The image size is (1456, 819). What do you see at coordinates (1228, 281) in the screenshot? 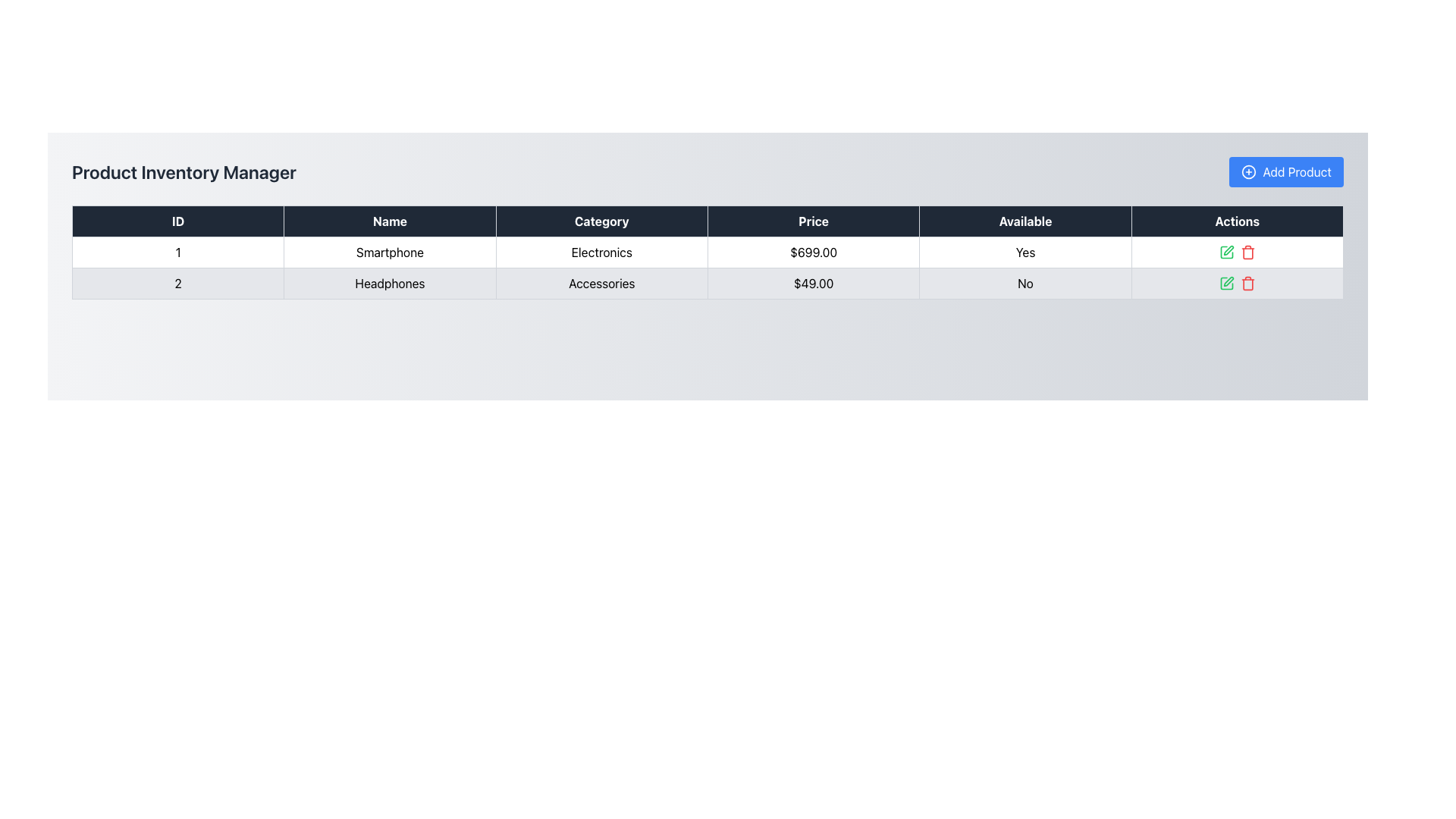
I see `the green pen-shaped SVG icon in the 'Actions' column of the second row` at bounding box center [1228, 281].